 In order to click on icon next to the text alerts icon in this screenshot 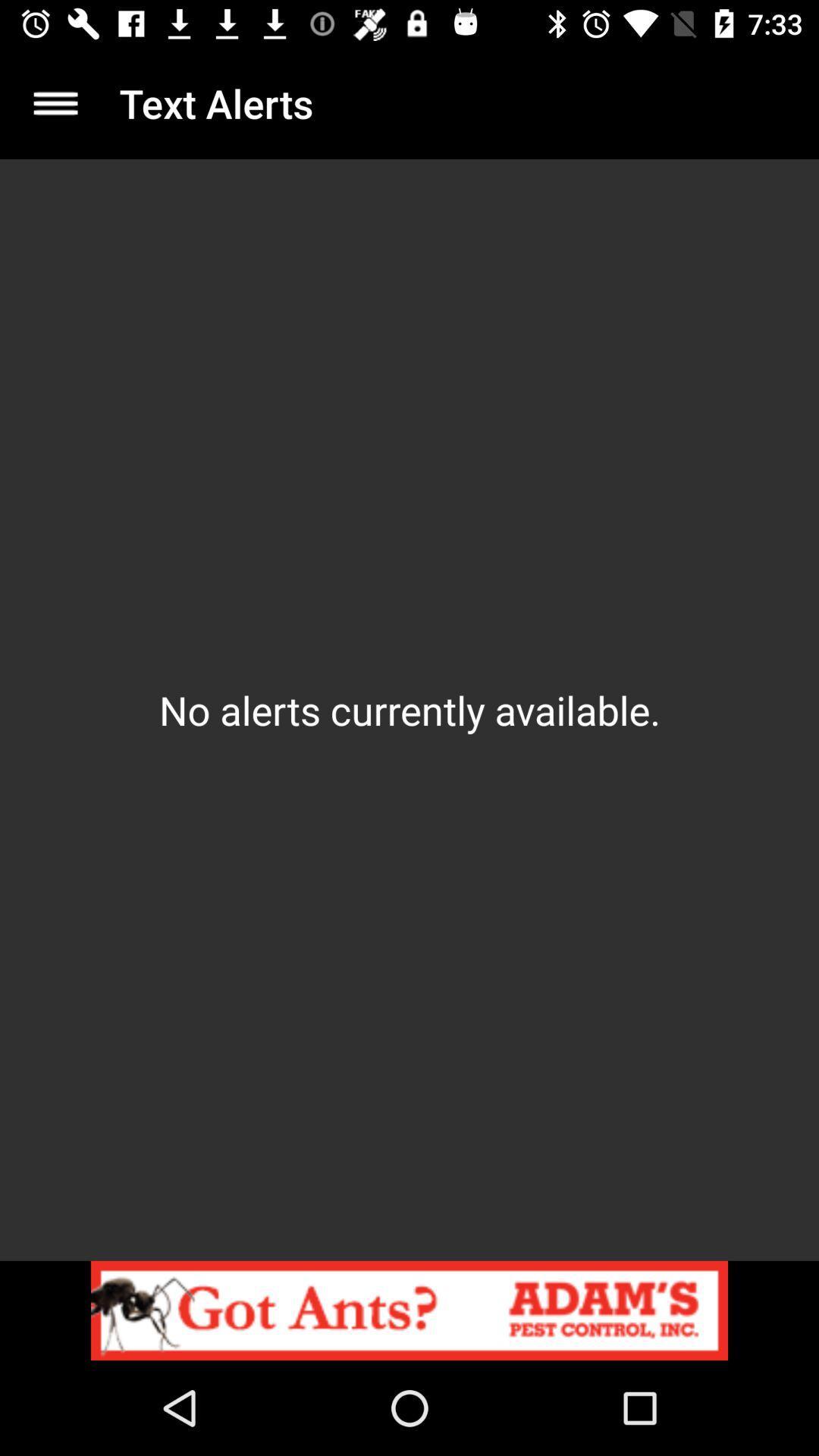, I will do `click(55, 102)`.